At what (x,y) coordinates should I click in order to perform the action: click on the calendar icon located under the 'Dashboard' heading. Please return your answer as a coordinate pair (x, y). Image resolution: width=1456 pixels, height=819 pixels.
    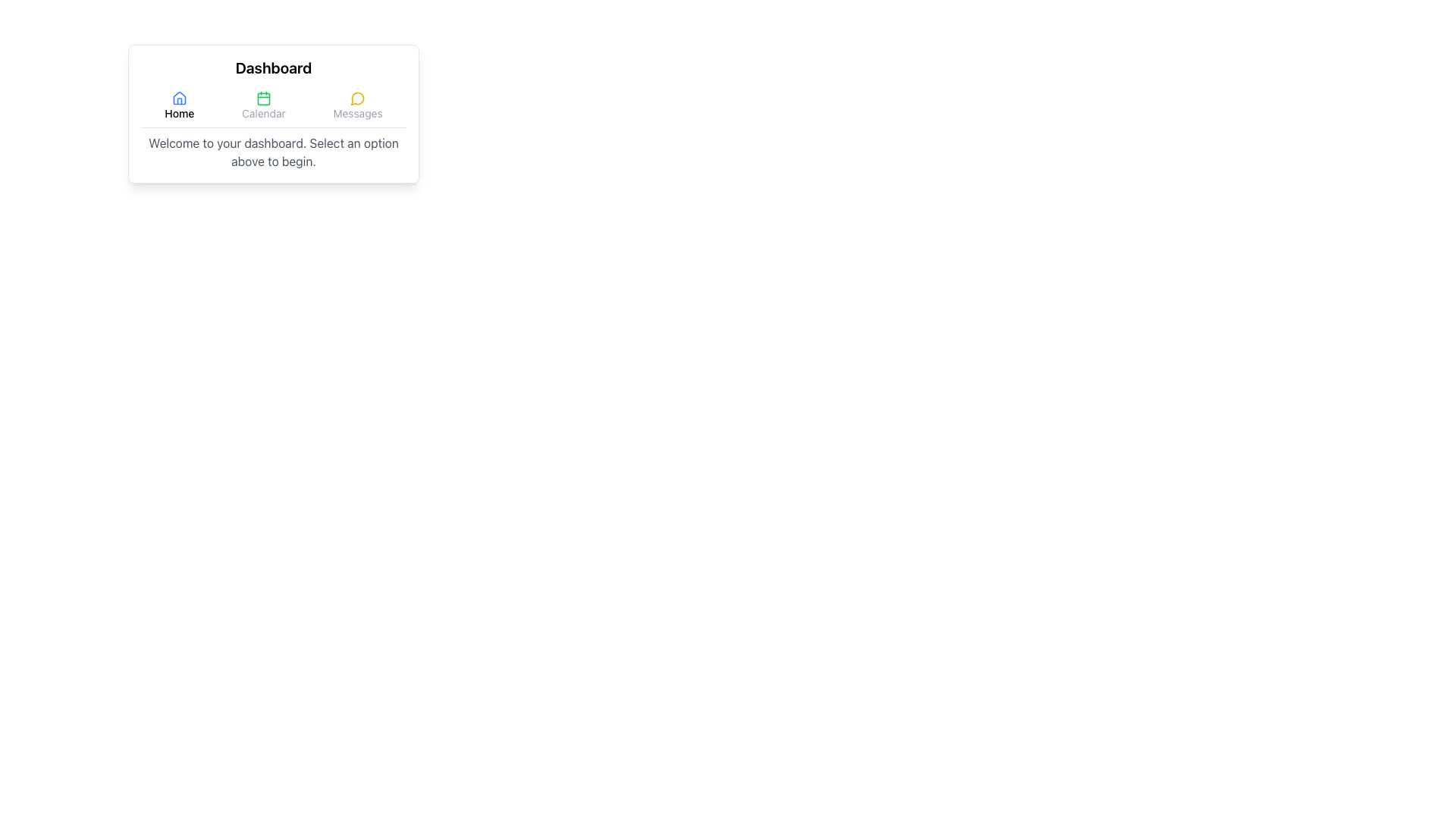
    Looking at the image, I should click on (263, 99).